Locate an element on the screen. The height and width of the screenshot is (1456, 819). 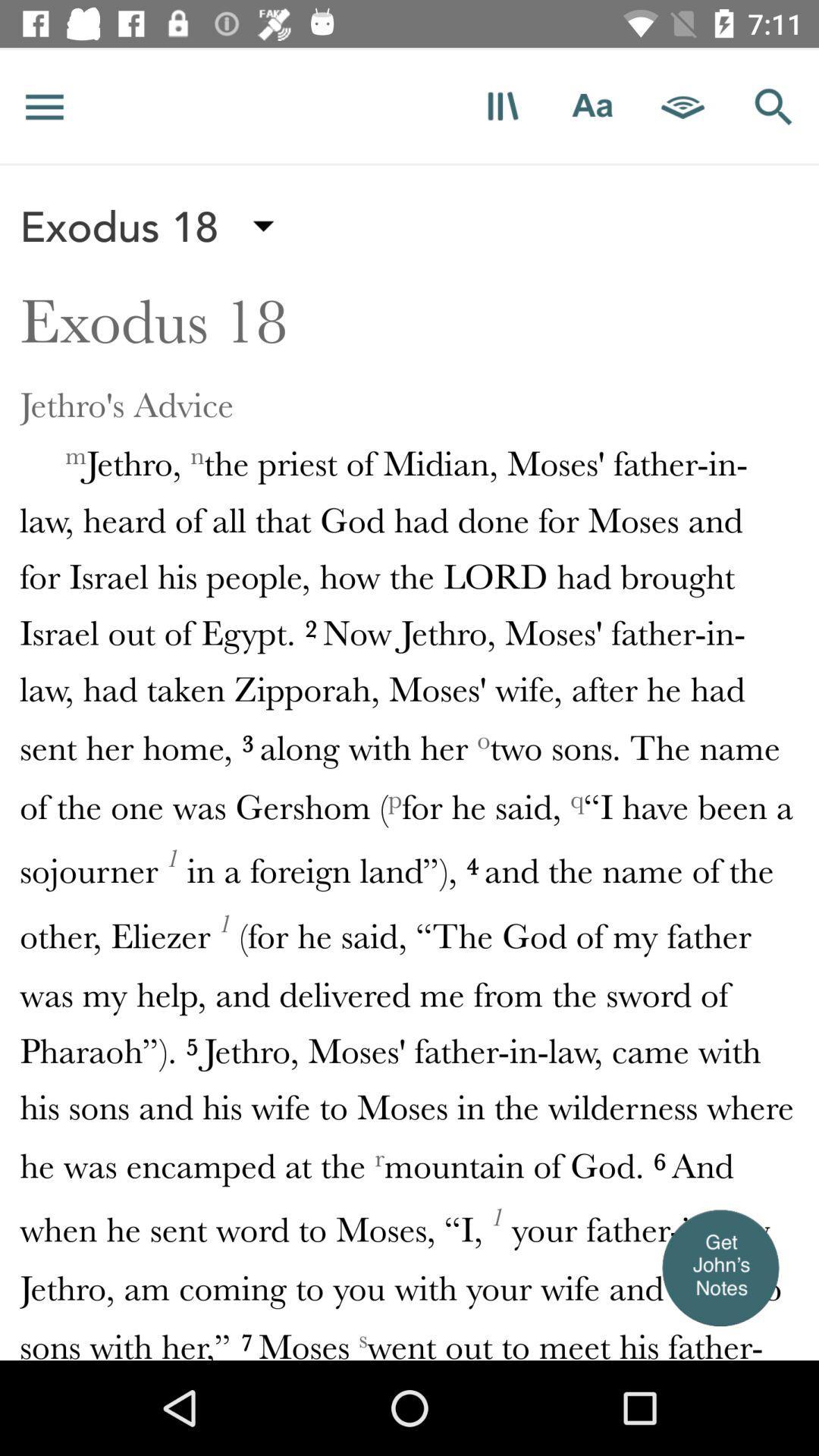
icon at the bottom right corner is located at coordinates (719, 1267).